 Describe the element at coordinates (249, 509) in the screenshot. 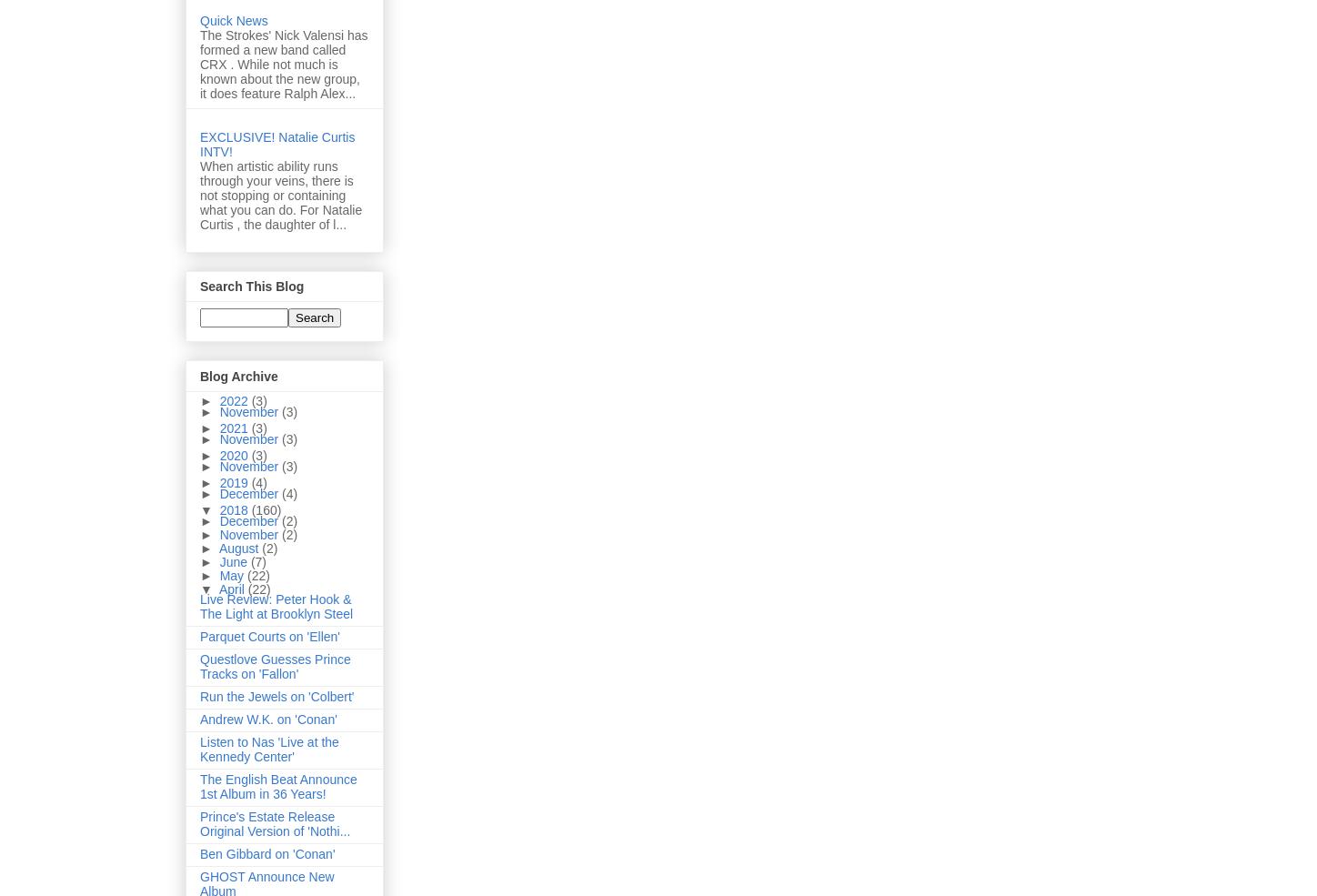

I see `'(160)'` at that location.